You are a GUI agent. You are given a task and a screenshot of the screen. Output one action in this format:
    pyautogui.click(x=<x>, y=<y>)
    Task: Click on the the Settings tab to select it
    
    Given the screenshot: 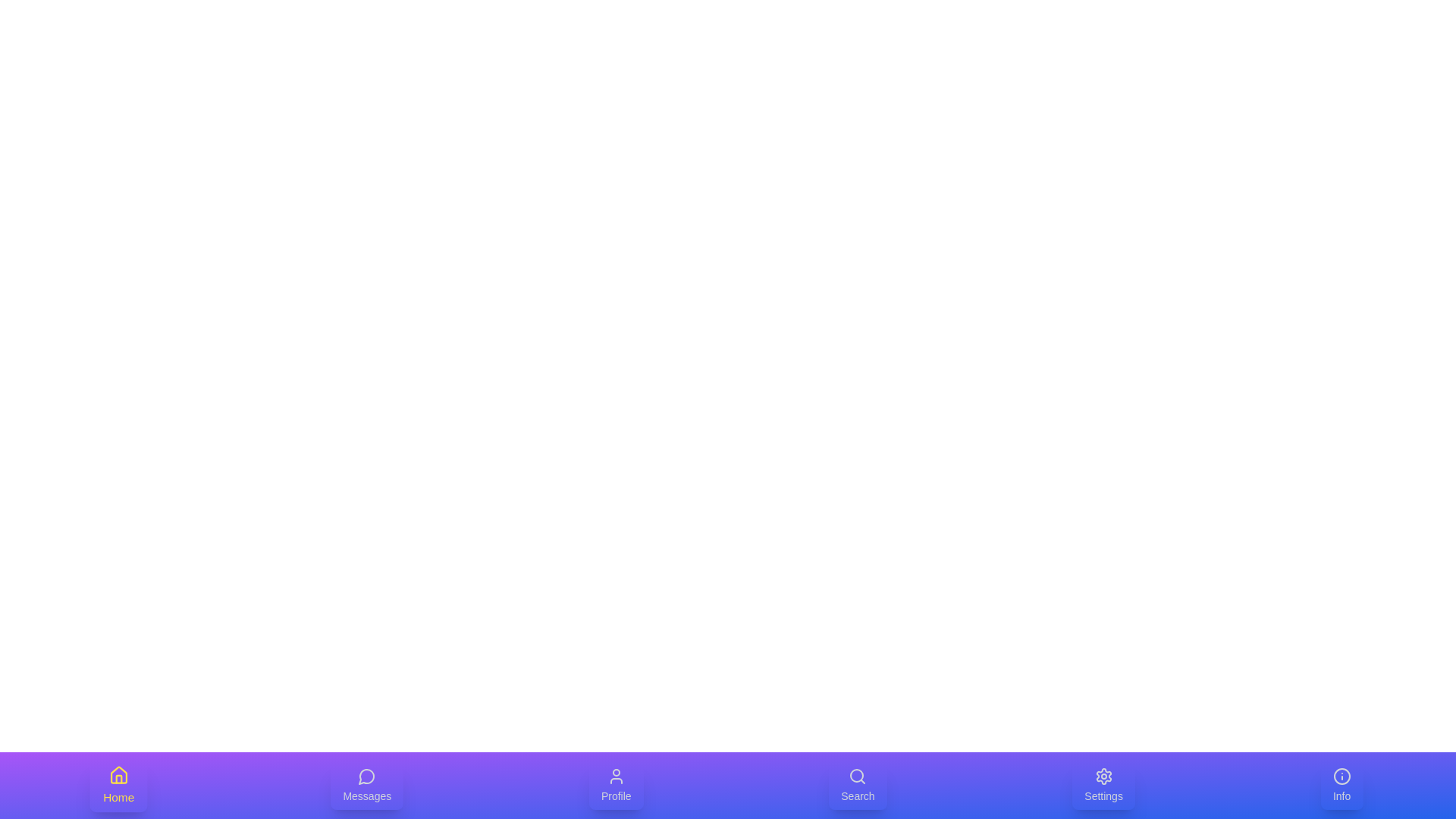 What is the action you would take?
    pyautogui.click(x=1103, y=785)
    